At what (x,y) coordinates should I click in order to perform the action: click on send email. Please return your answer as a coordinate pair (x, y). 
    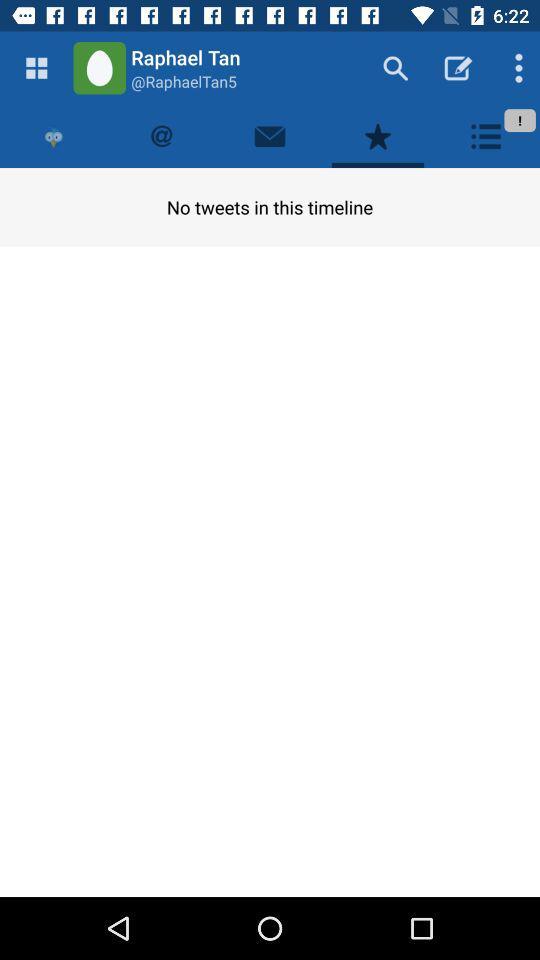
    Looking at the image, I should click on (270, 135).